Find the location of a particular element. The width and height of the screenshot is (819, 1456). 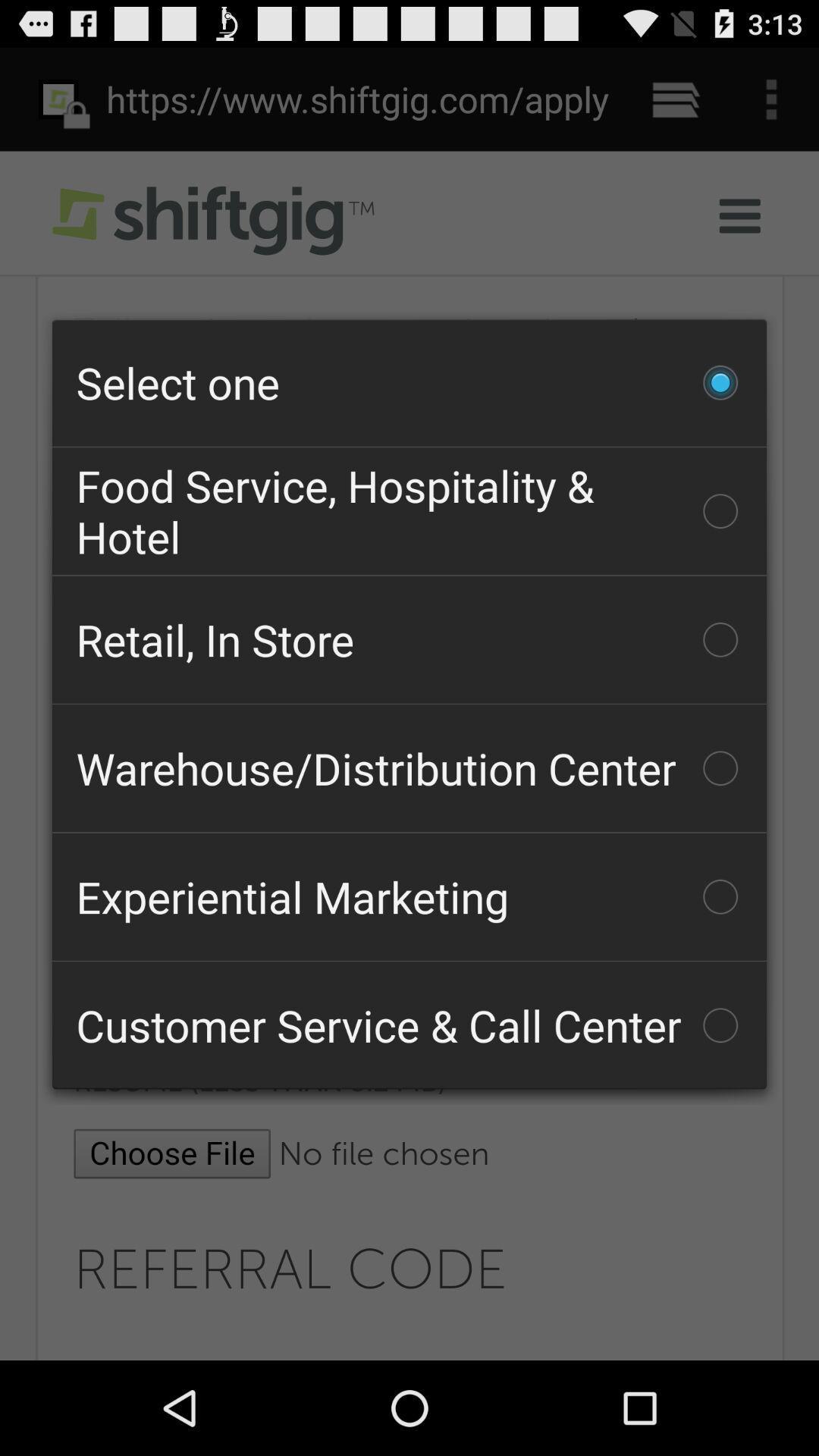

the icon below the retail, in store checkbox is located at coordinates (409, 768).